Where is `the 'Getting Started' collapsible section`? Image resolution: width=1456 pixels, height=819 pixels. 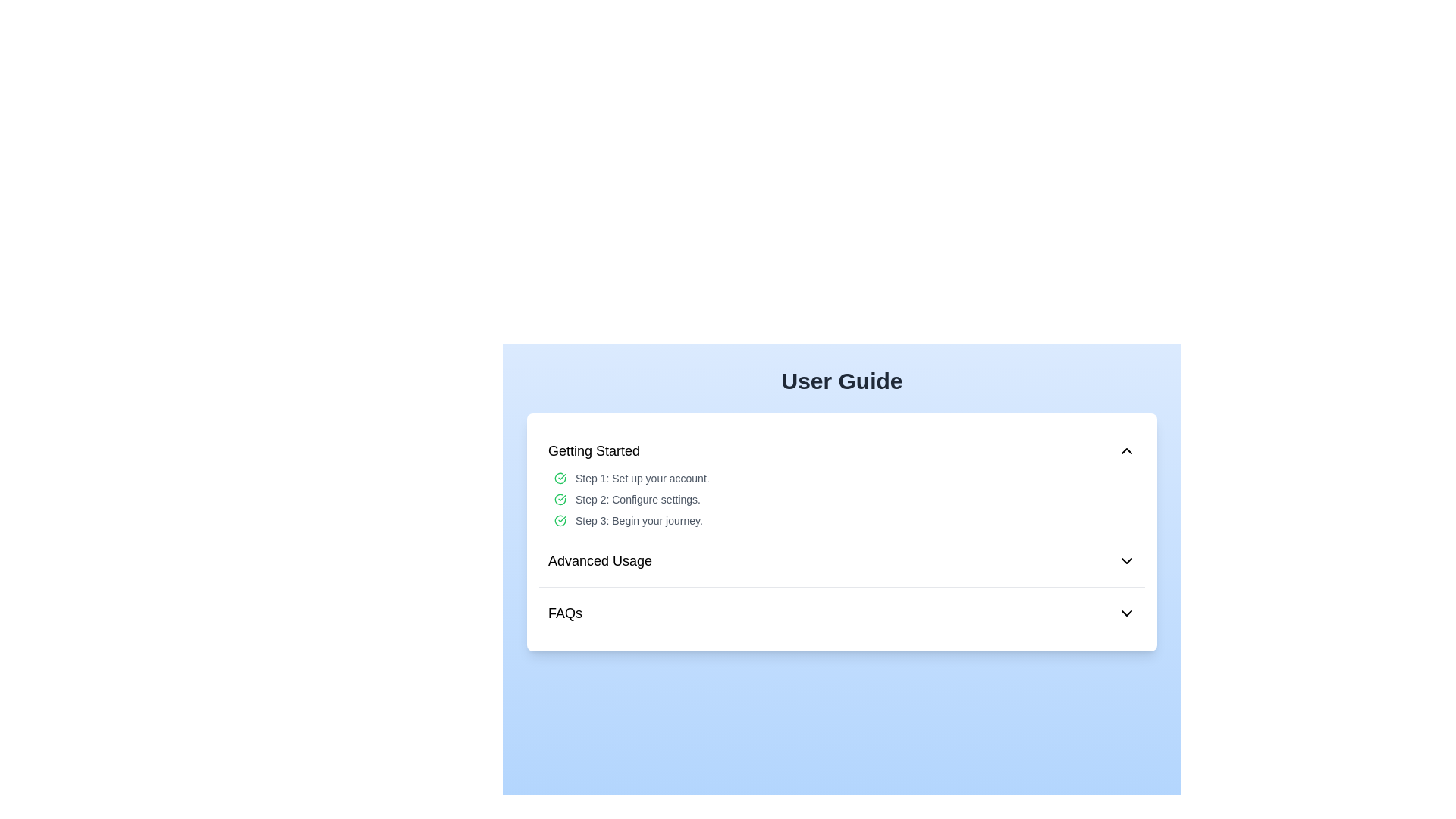
the 'Getting Started' collapsible section is located at coordinates (841, 480).